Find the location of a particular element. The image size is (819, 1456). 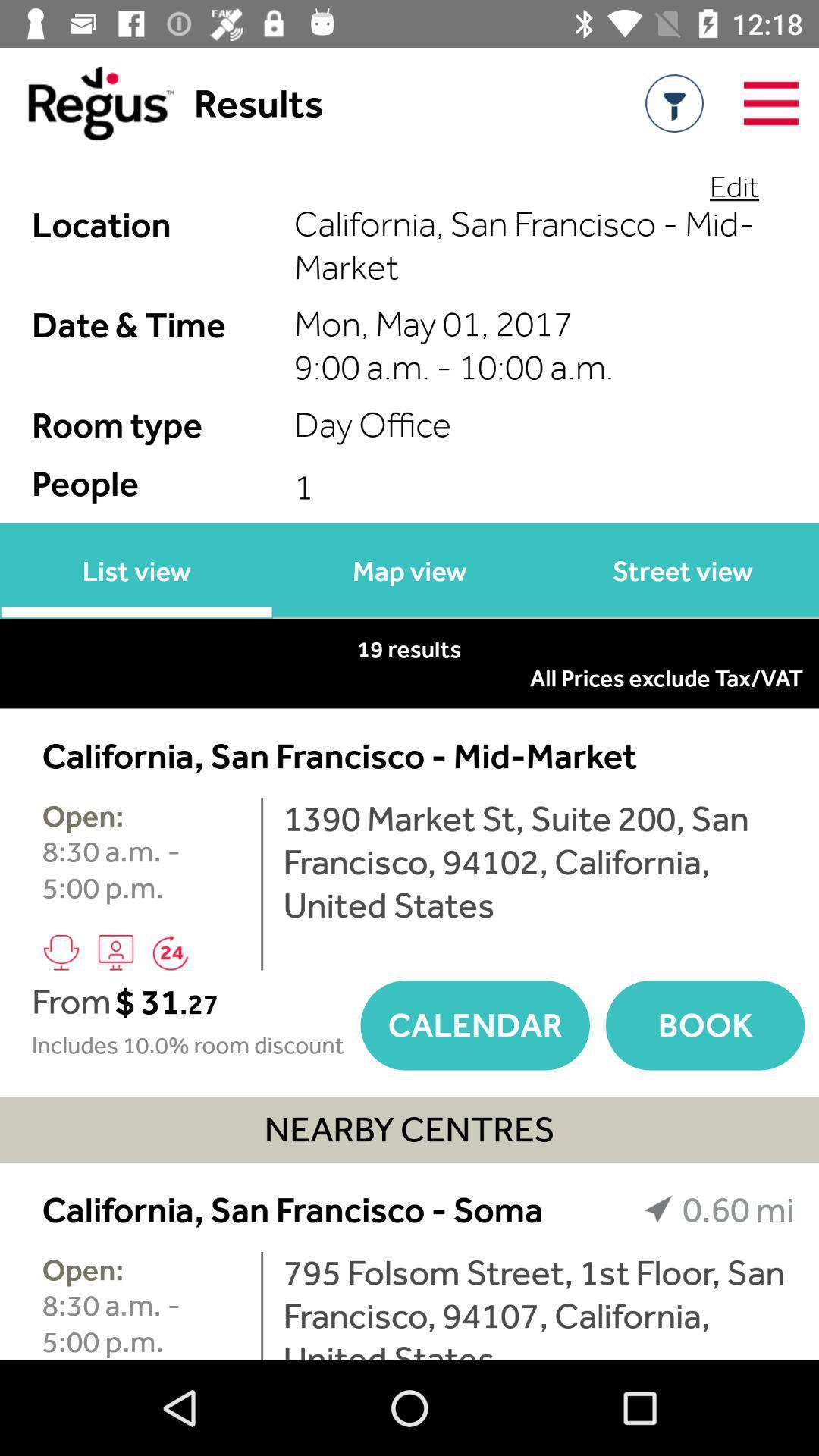

item next to results item is located at coordinates (86, 102).